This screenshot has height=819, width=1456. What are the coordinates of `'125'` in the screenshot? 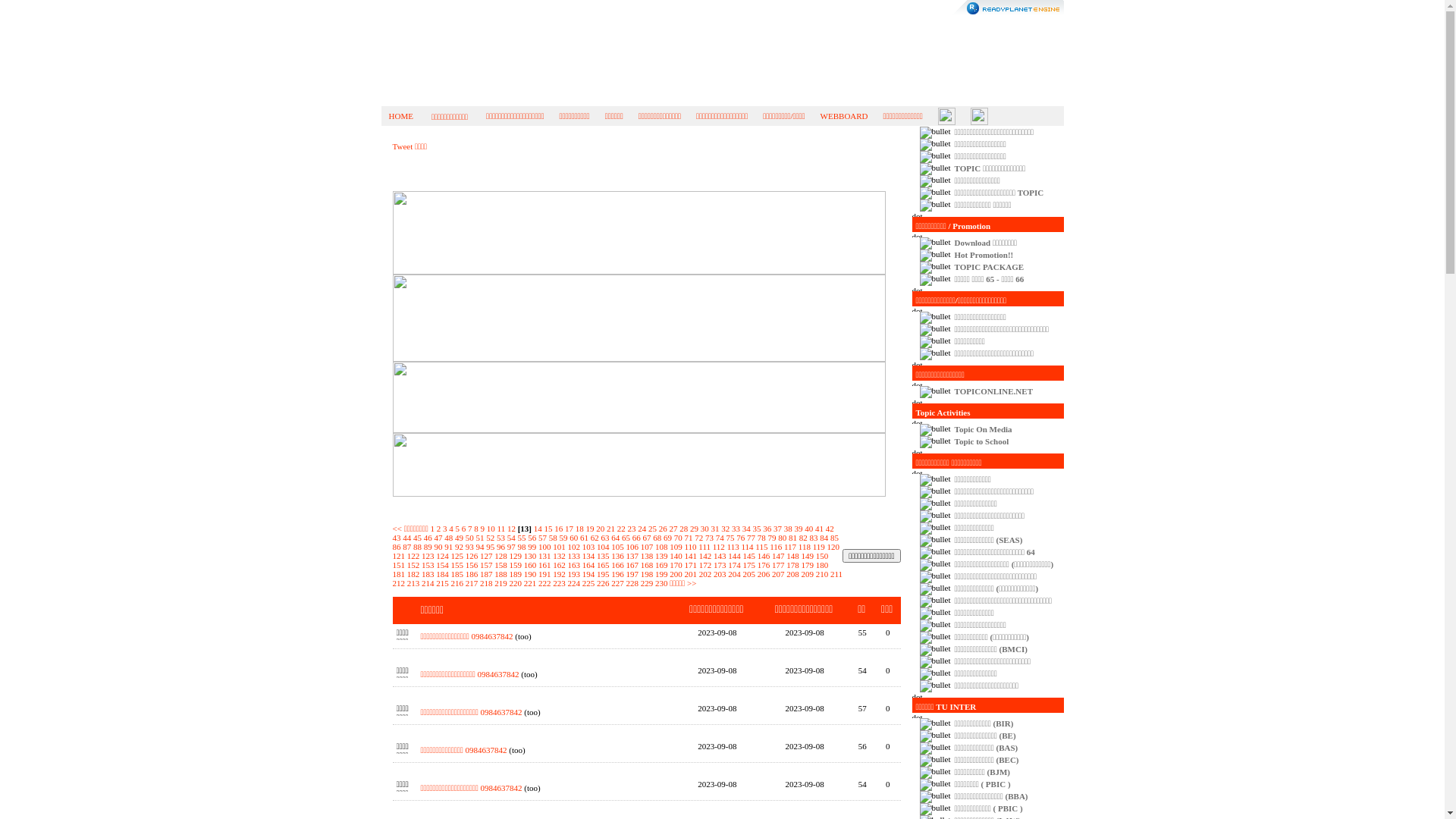 It's located at (450, 555).